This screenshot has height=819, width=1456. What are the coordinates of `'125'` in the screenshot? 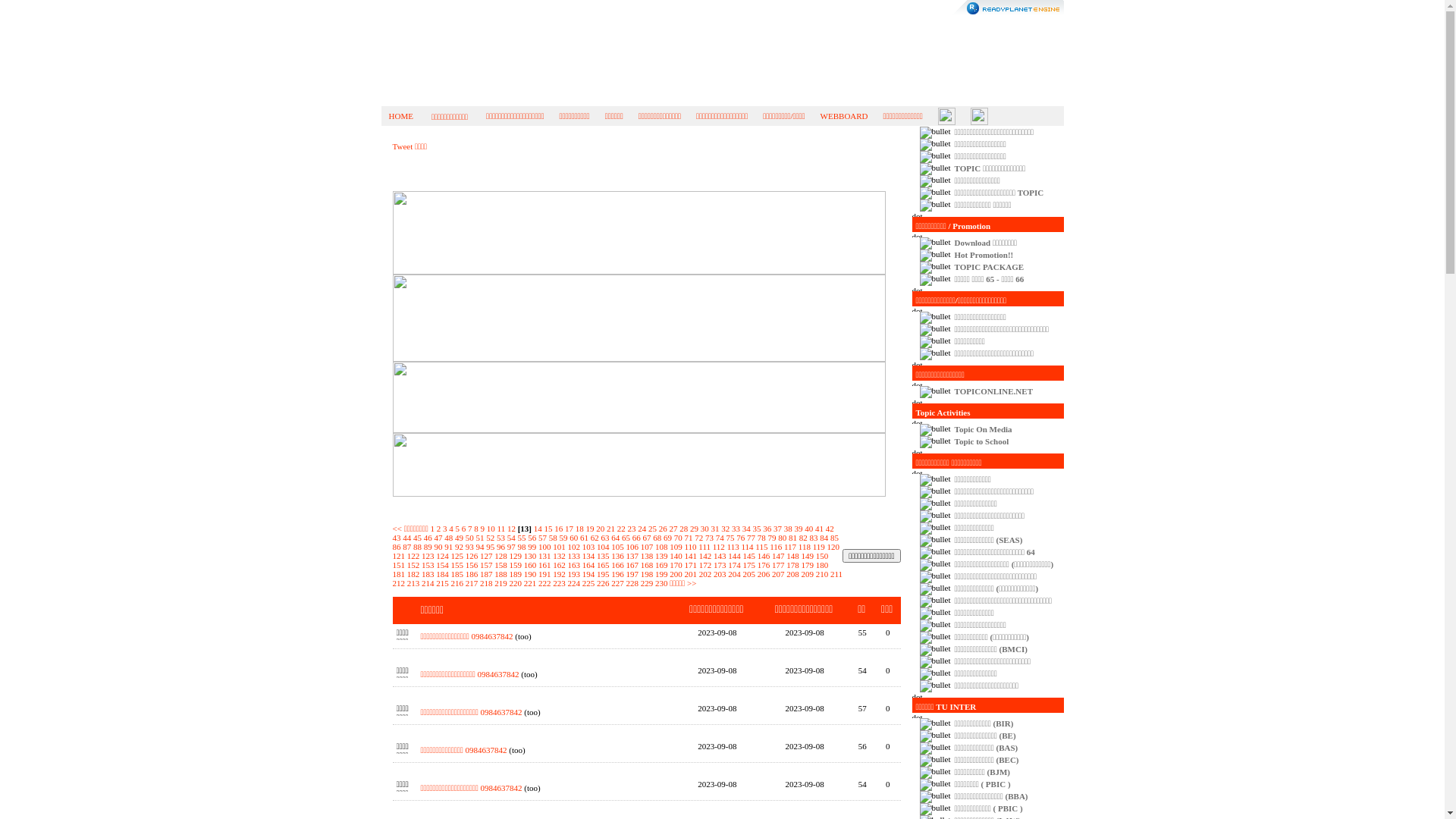 It's located at (450, 555).